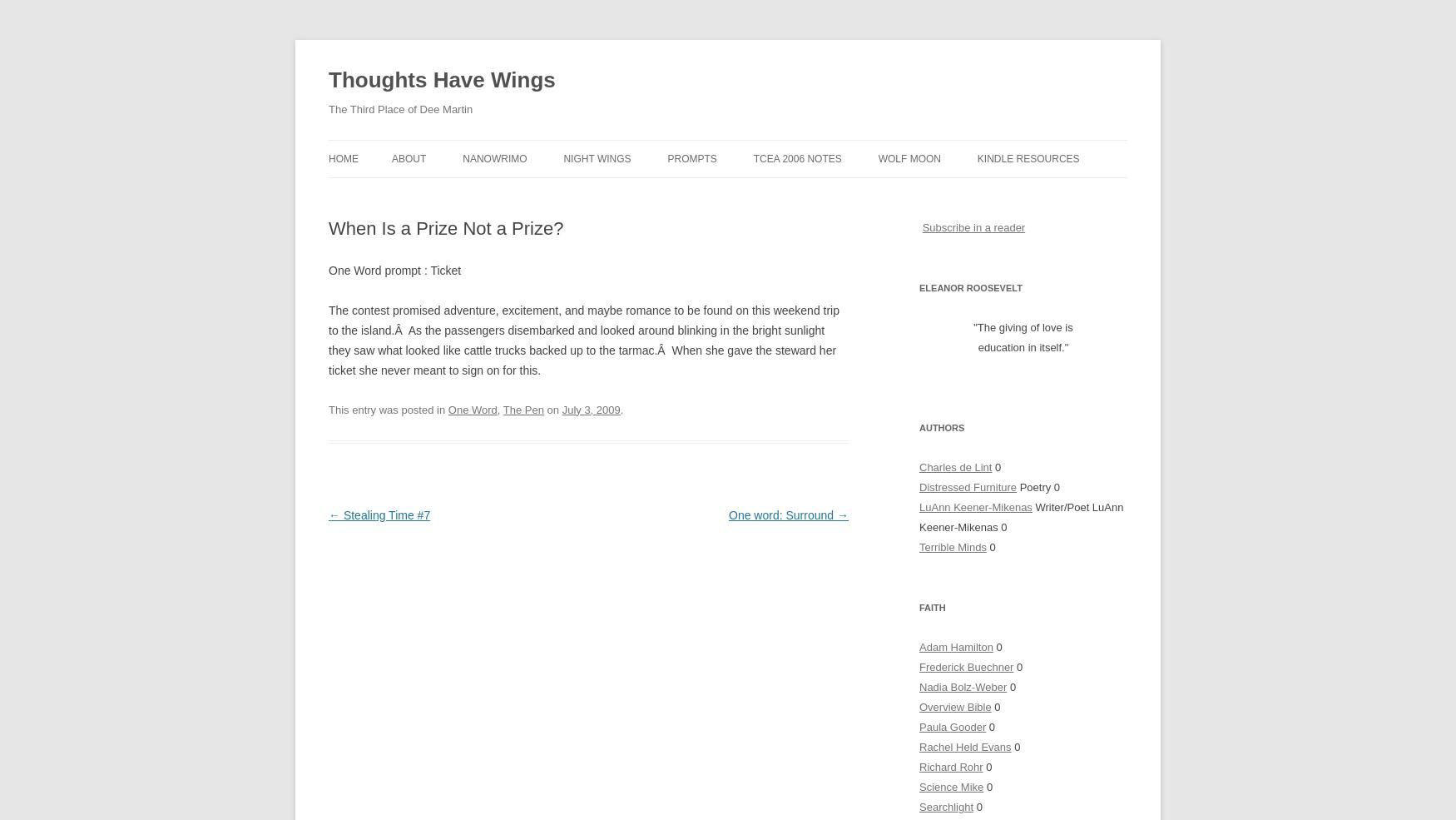 The image size is (1456, 820). What do you see at coordinates (952, 726) in the screenshot?
I see `'Paula Gooder'` at bounding box center [952, 726].